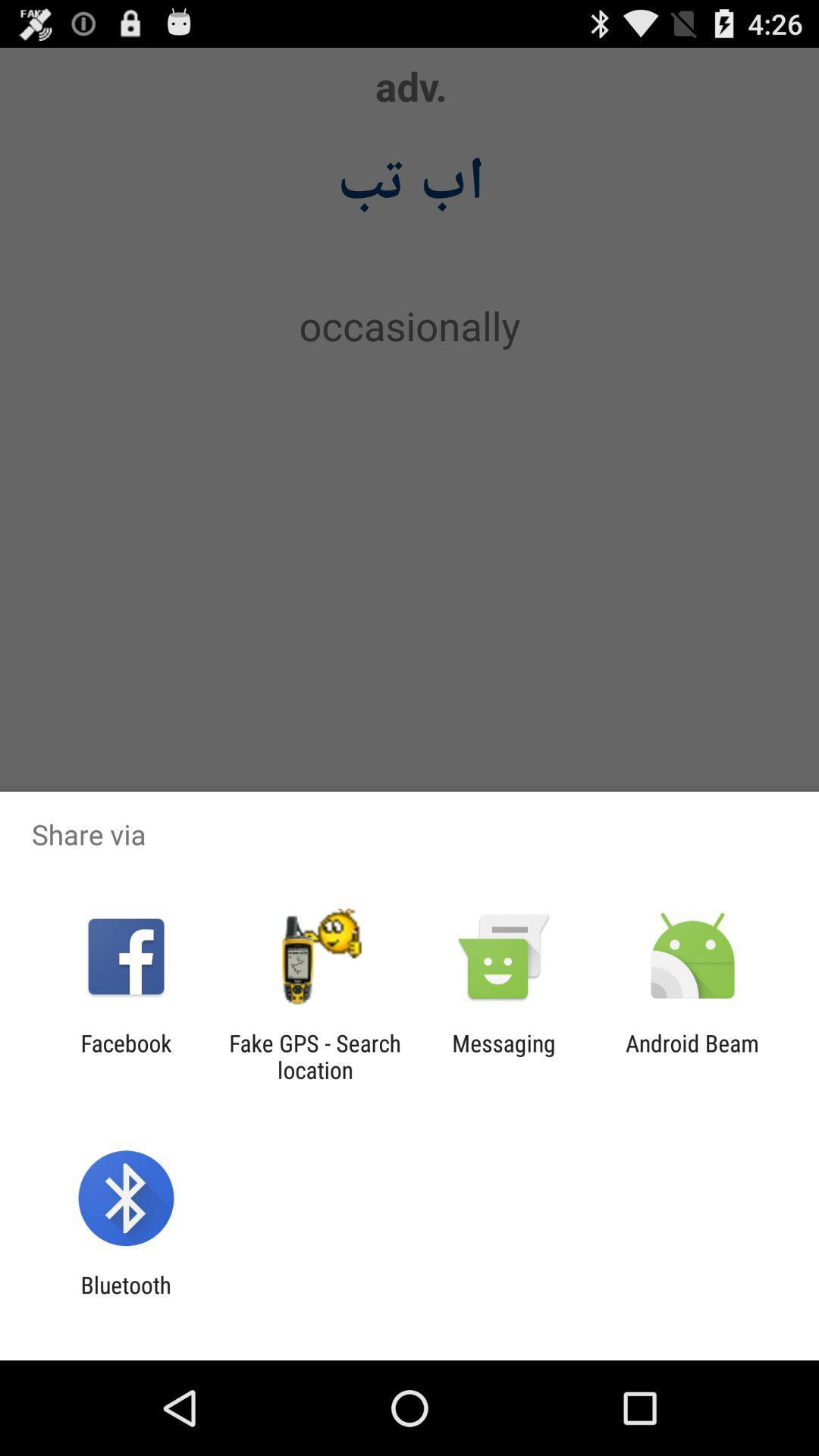 The width and height of the screenshot is (819, 1456). What do you see at coordinates (314, 1056) in the screenshot?
I see `item next to the facebook item` at bounding box center [314, 1056].